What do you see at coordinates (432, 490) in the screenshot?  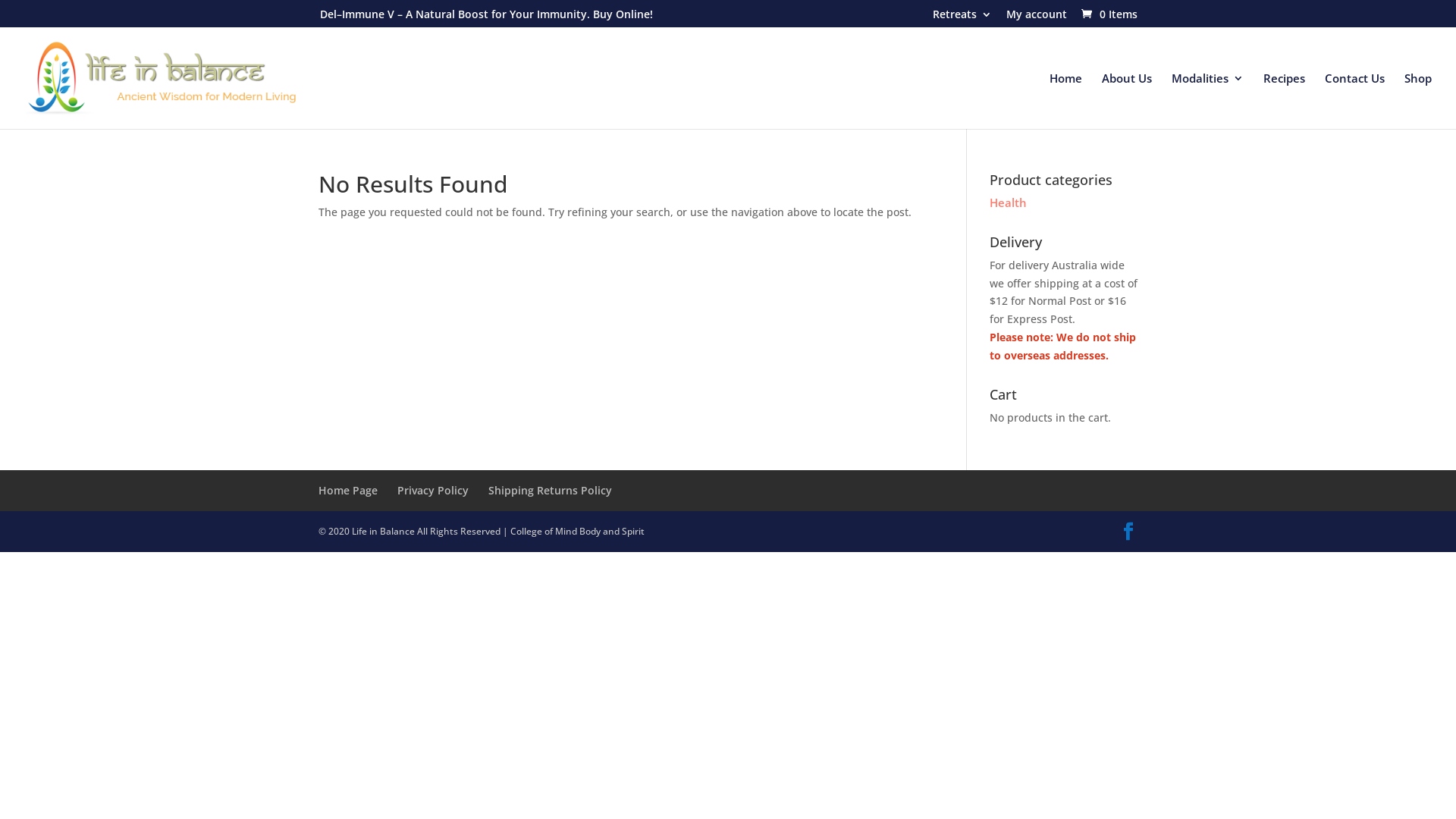 I see `'Privacy Policy'` at bounding box center [432, 490].